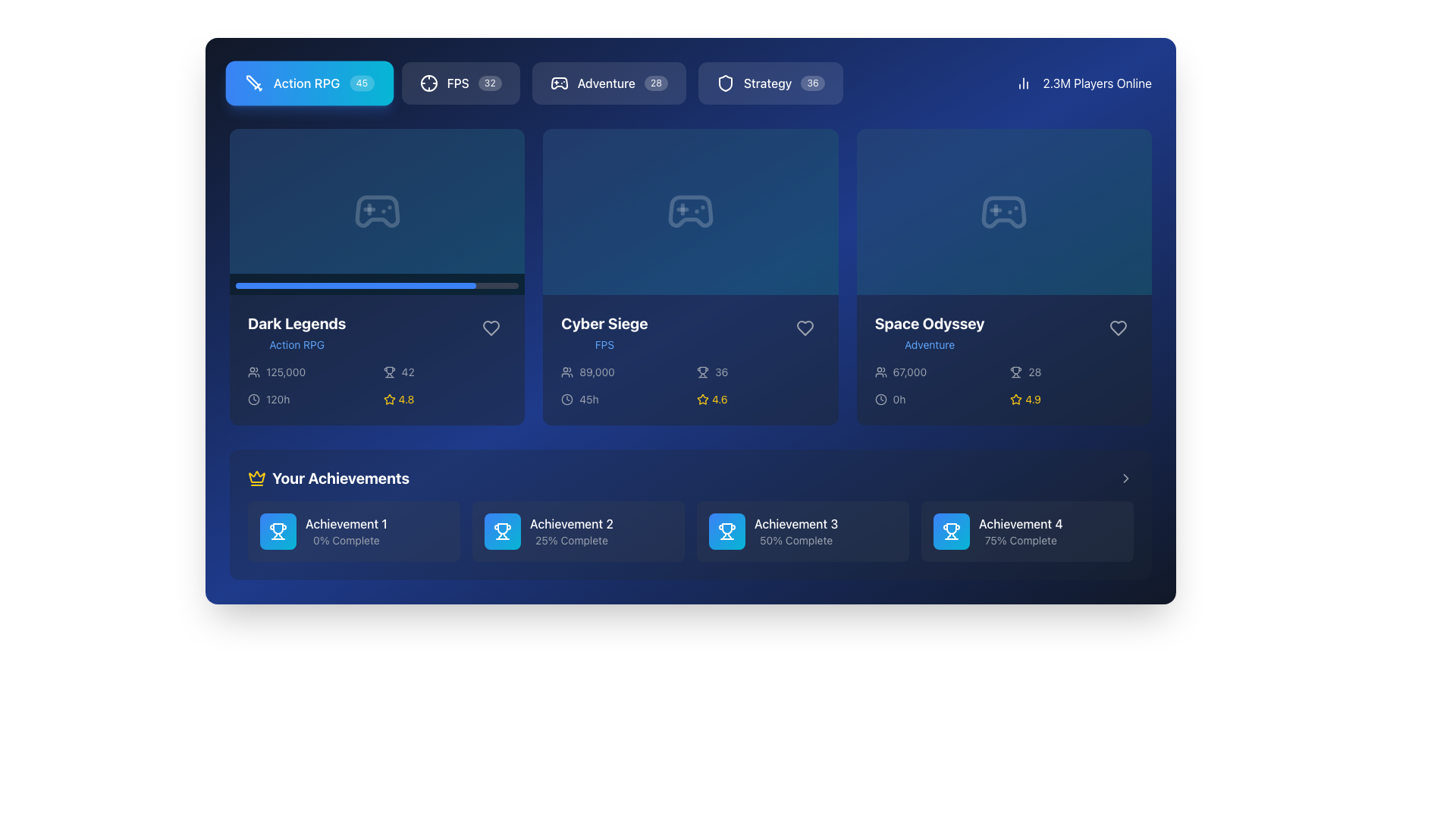  I want to click on the Textual display block that informs the user about specific progress on the specified achievement, located in the 'Your Achievements' section as the first item on the left, so click(345, 531).